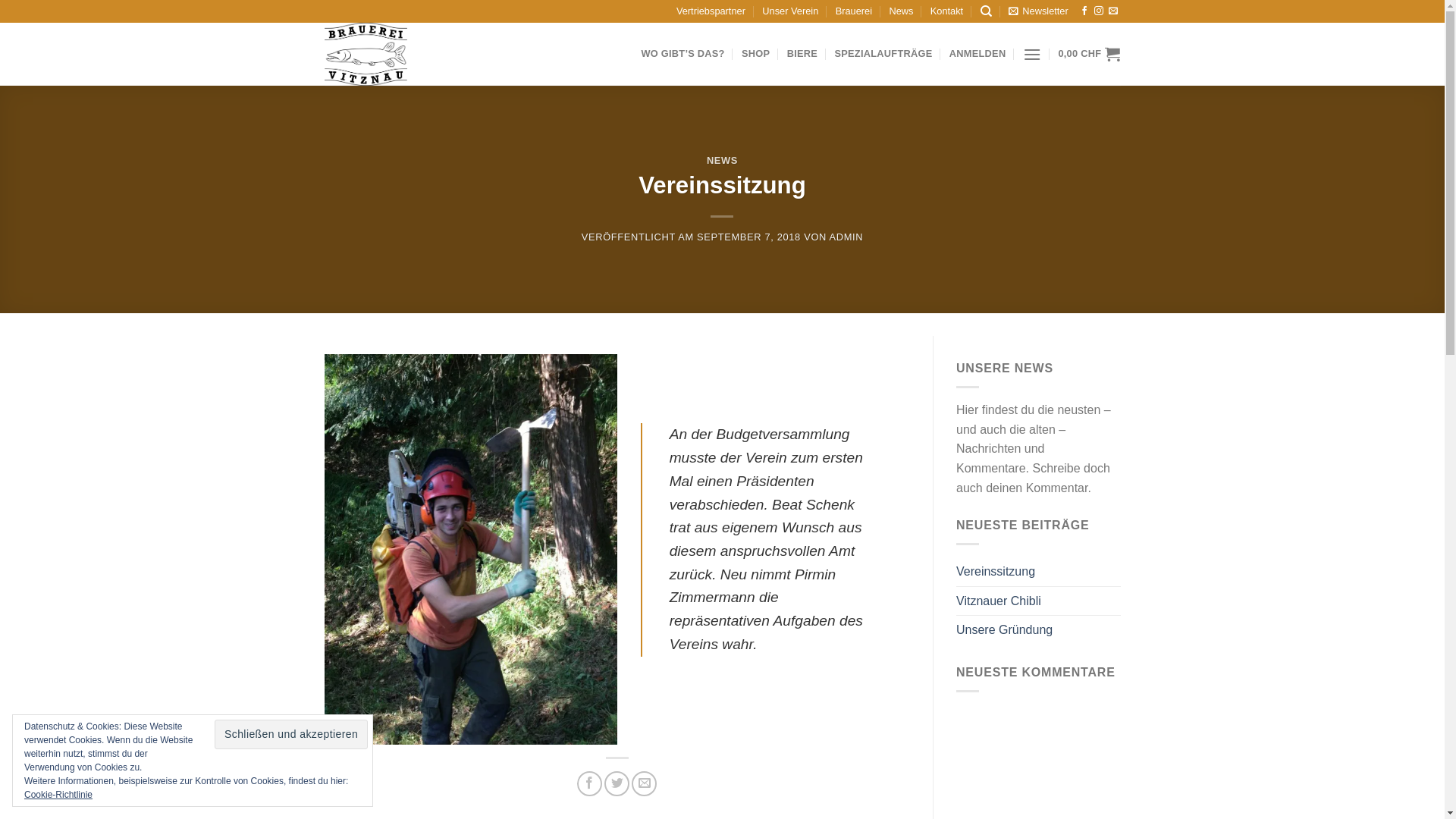 The width and height of the screenshot is (1456, 819). Describe the element at coordinates (998, 601) in the screenshot. I see `'Vitznauer Chibli'` at that location.